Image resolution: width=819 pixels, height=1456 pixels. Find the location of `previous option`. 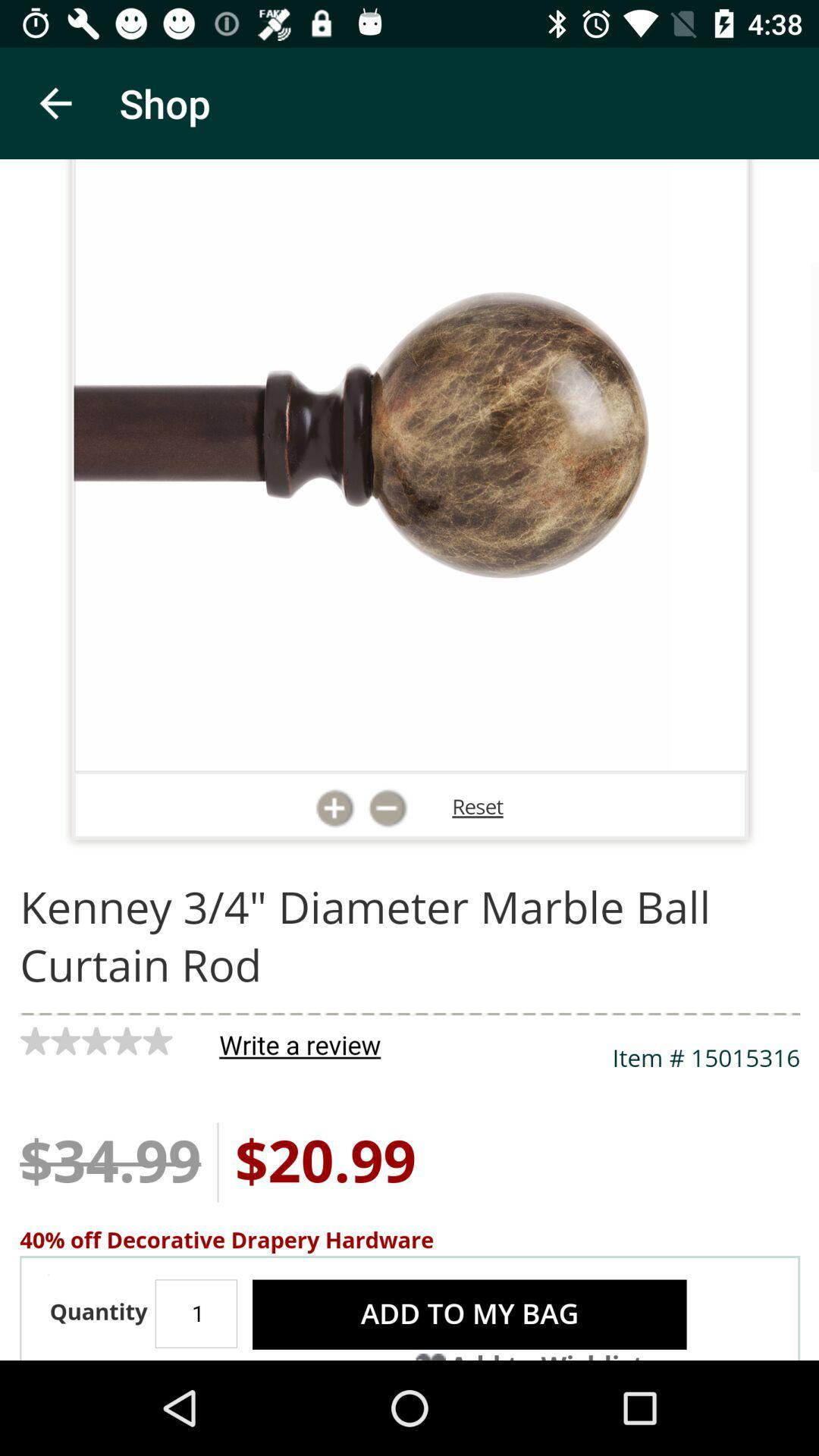

previous option is located at coordinates (55, 102).